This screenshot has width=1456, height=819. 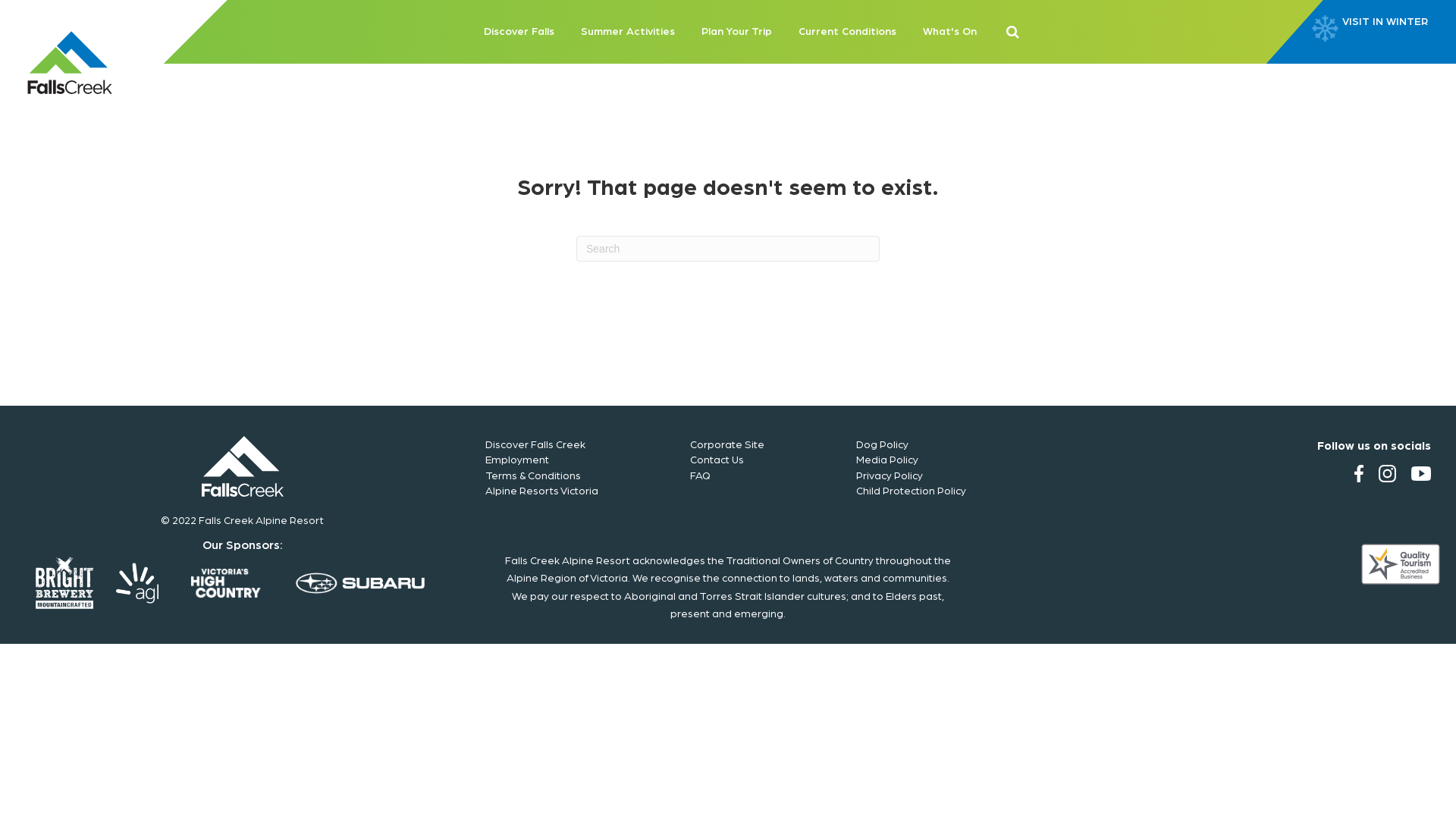 I want to click on 'Corporate Site', so click(x=726, y=444).